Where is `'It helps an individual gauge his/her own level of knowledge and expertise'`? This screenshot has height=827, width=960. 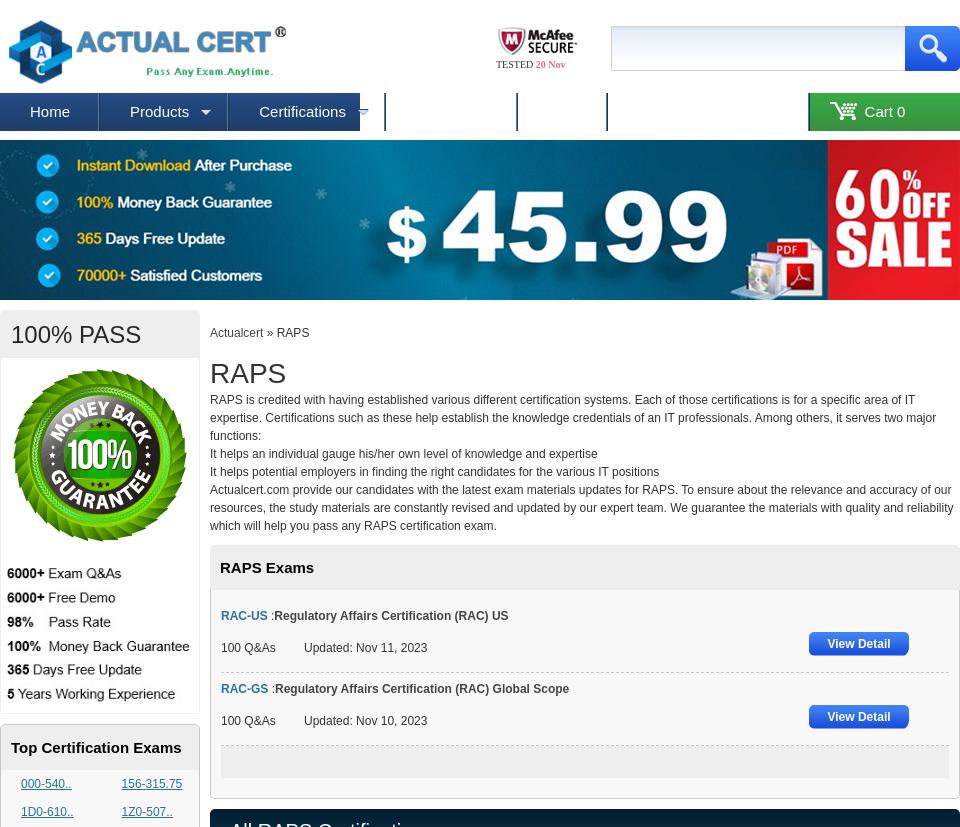 'It helps an individual gauge his/her own level of knowledge and expertise' is located at coordinates (402, 454).